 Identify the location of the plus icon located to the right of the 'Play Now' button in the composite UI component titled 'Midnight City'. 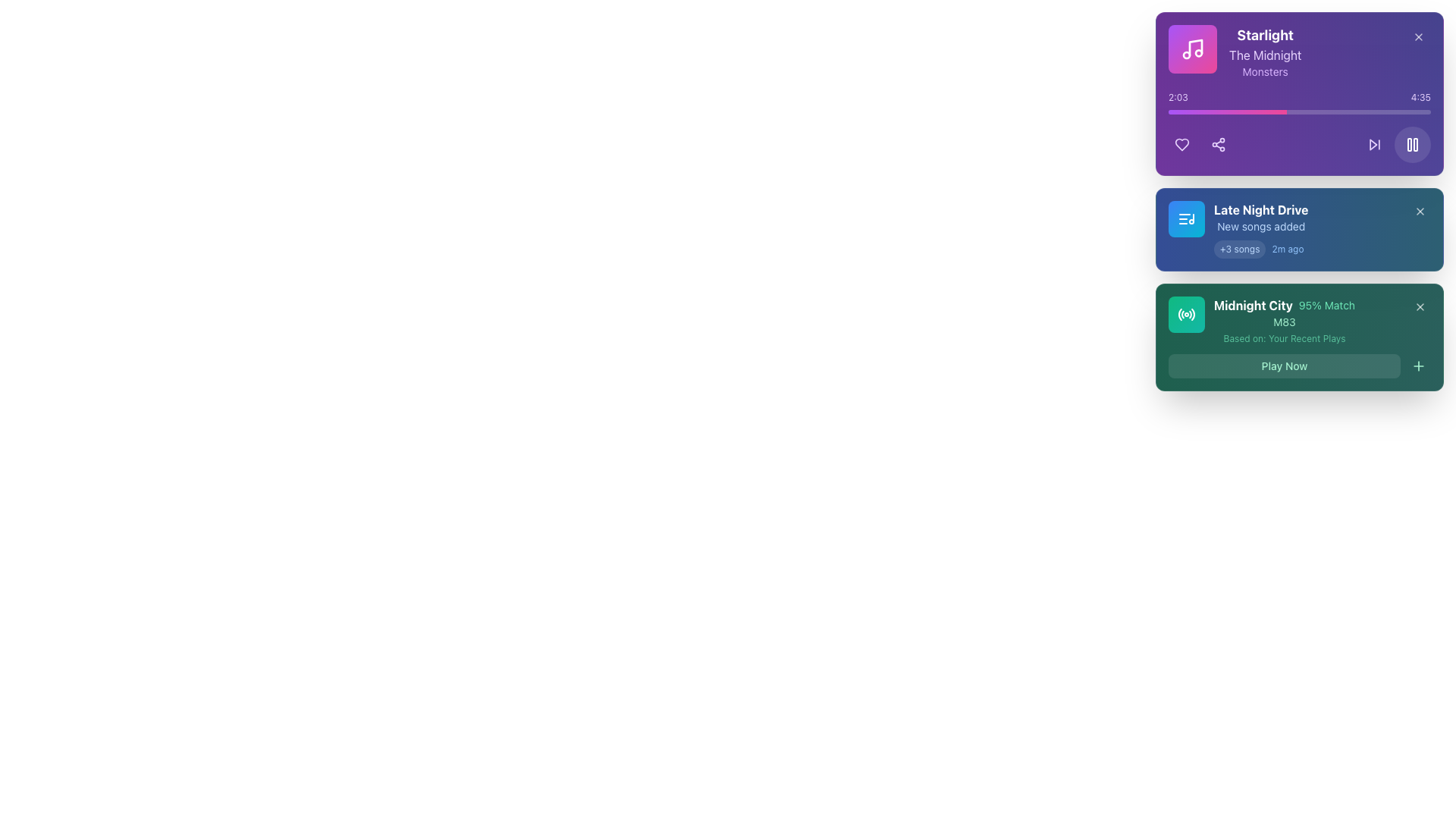
(1298, 336).